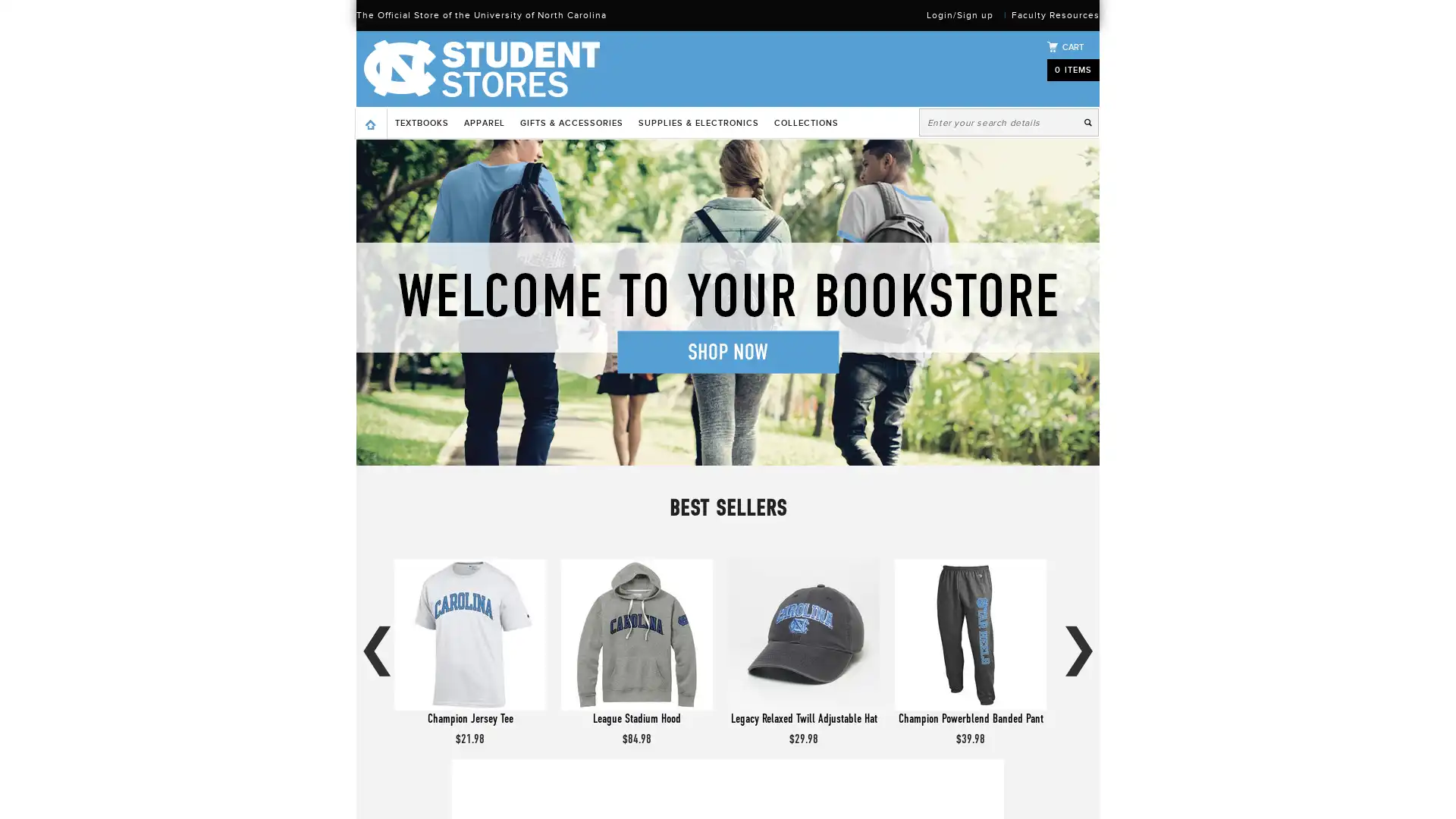 This screenshot has height=819, width=1456. Describe the element at coordinates (1090, 121) in the screenshot. I see `Search` at that location.